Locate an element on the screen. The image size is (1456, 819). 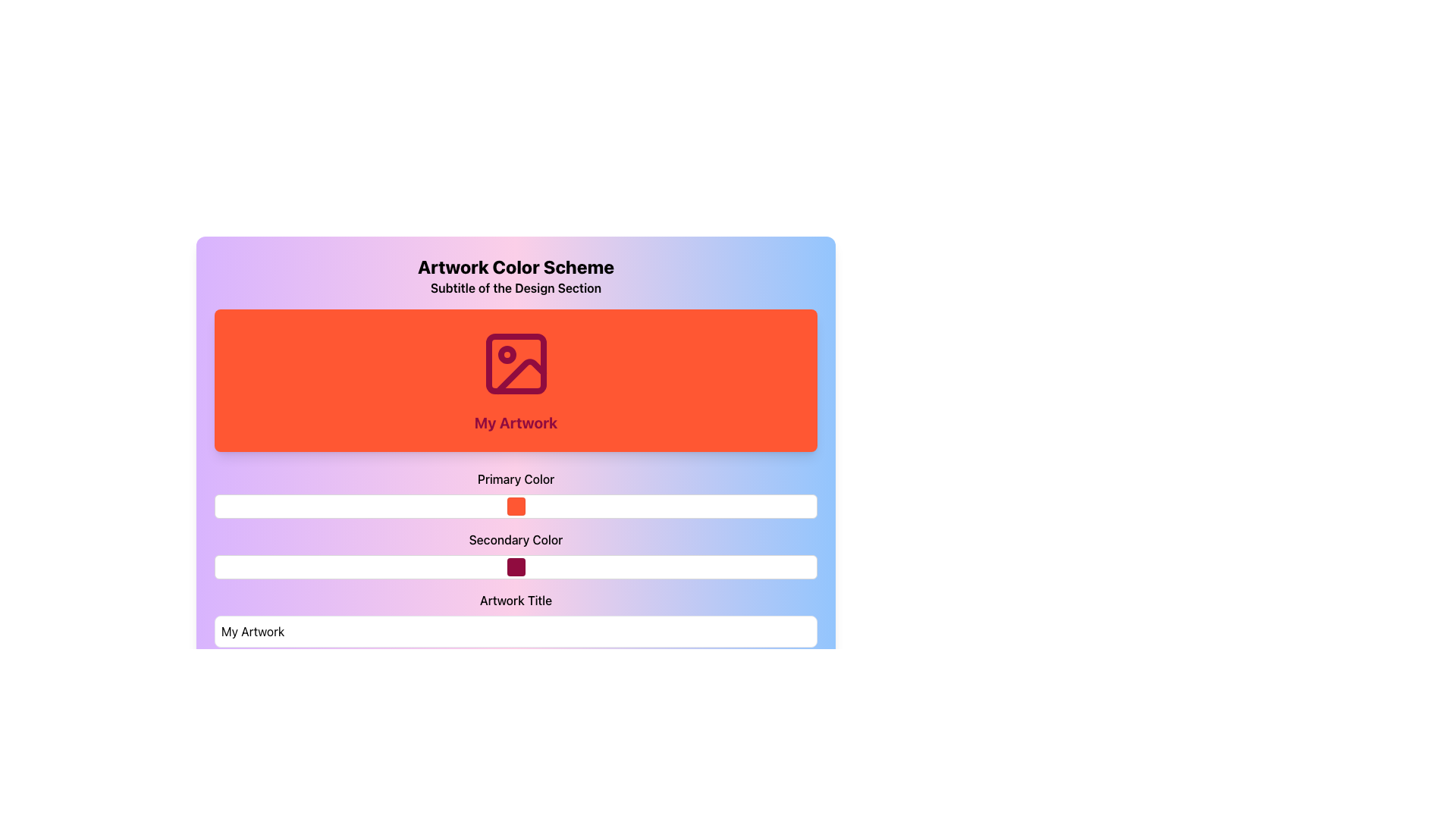
the icon and text on the Card with a bright orange background and 'My Artwork' text, which is located in the Artwork Color Scheme section is located at coordinates (516, 379).